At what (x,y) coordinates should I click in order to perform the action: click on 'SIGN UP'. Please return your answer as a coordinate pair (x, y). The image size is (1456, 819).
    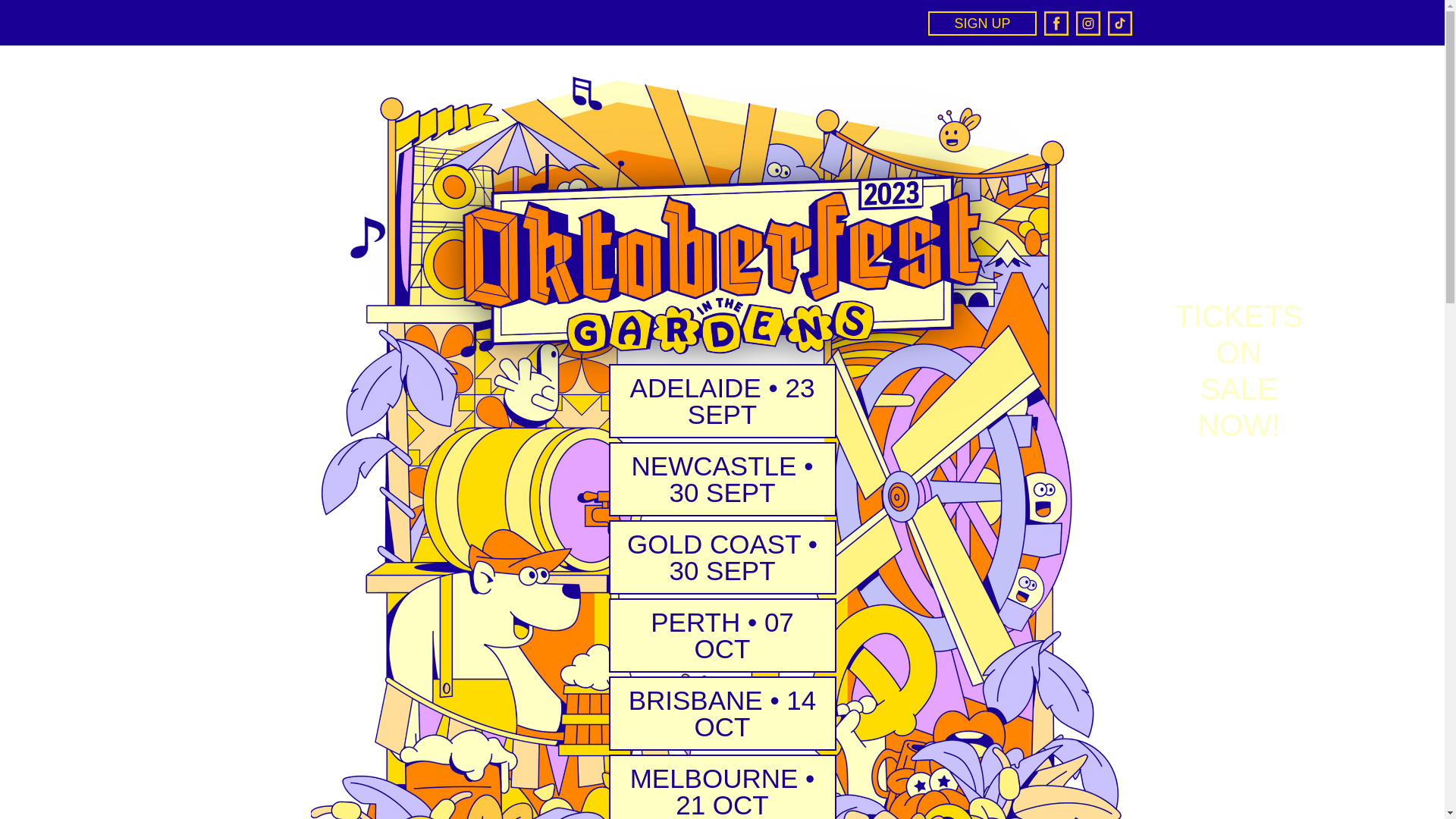
    Looking at the image, I should click on (982, 23).